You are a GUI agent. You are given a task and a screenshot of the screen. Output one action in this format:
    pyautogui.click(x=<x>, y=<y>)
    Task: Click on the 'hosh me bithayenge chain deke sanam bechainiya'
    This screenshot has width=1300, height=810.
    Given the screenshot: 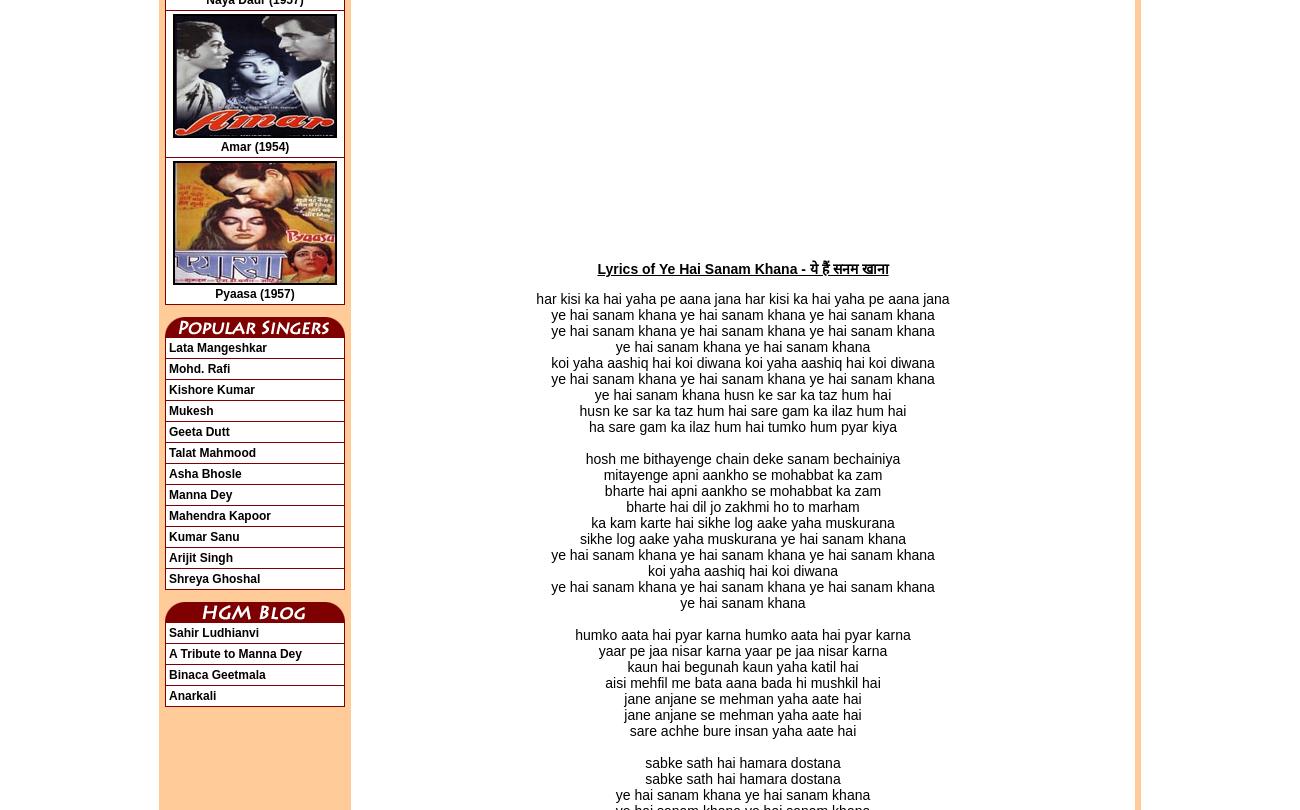 What is the action you would take?
    pyautogui.click(x=742, y=459)
    